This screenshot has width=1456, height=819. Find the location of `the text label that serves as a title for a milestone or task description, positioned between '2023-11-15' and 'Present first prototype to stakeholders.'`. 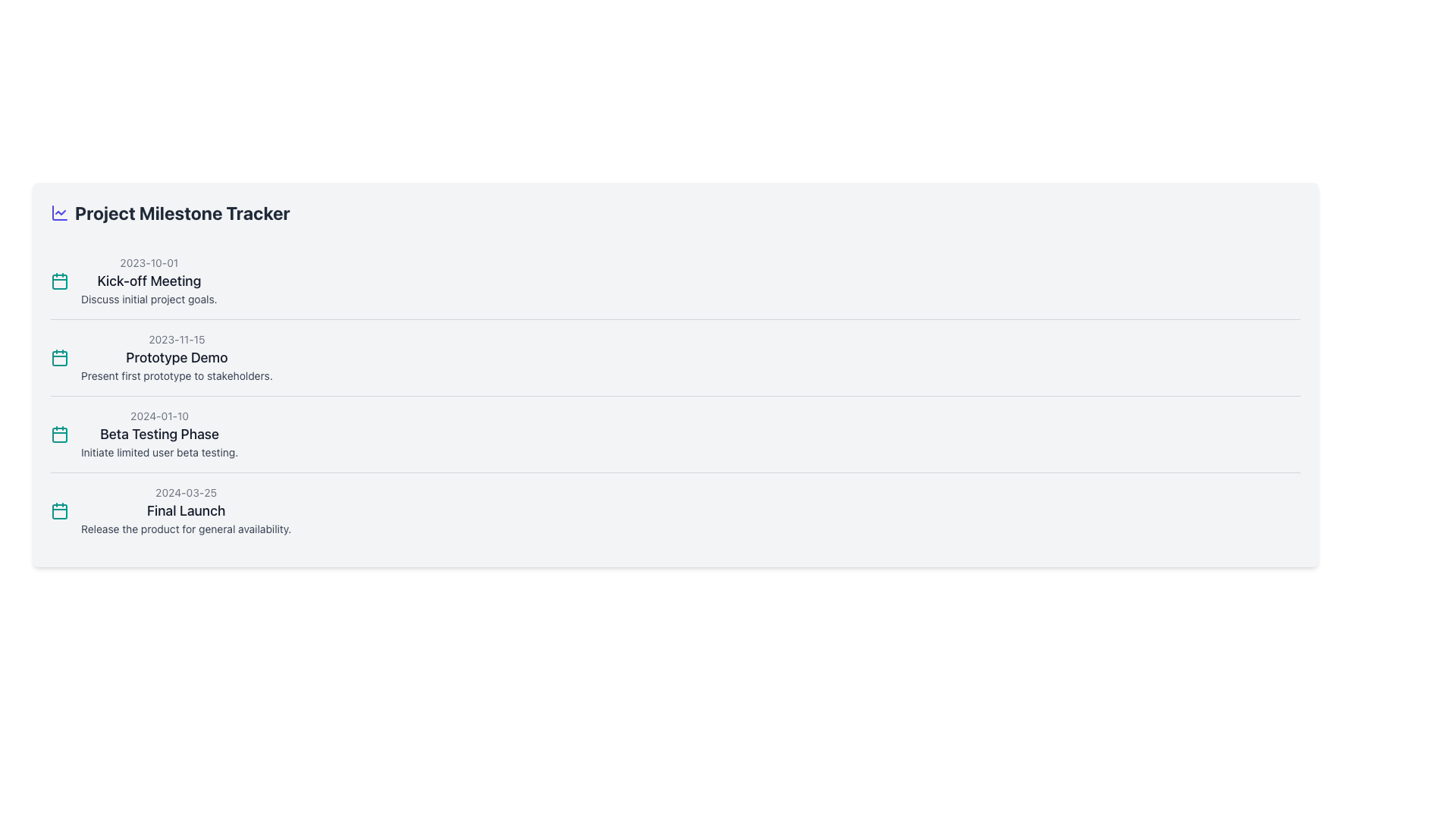

the text label that serves as a title for a milestone or task description, positioned between '2023-11-15' and 'Present first prototype to stakeholders.' is located at coordinates (177, 357).